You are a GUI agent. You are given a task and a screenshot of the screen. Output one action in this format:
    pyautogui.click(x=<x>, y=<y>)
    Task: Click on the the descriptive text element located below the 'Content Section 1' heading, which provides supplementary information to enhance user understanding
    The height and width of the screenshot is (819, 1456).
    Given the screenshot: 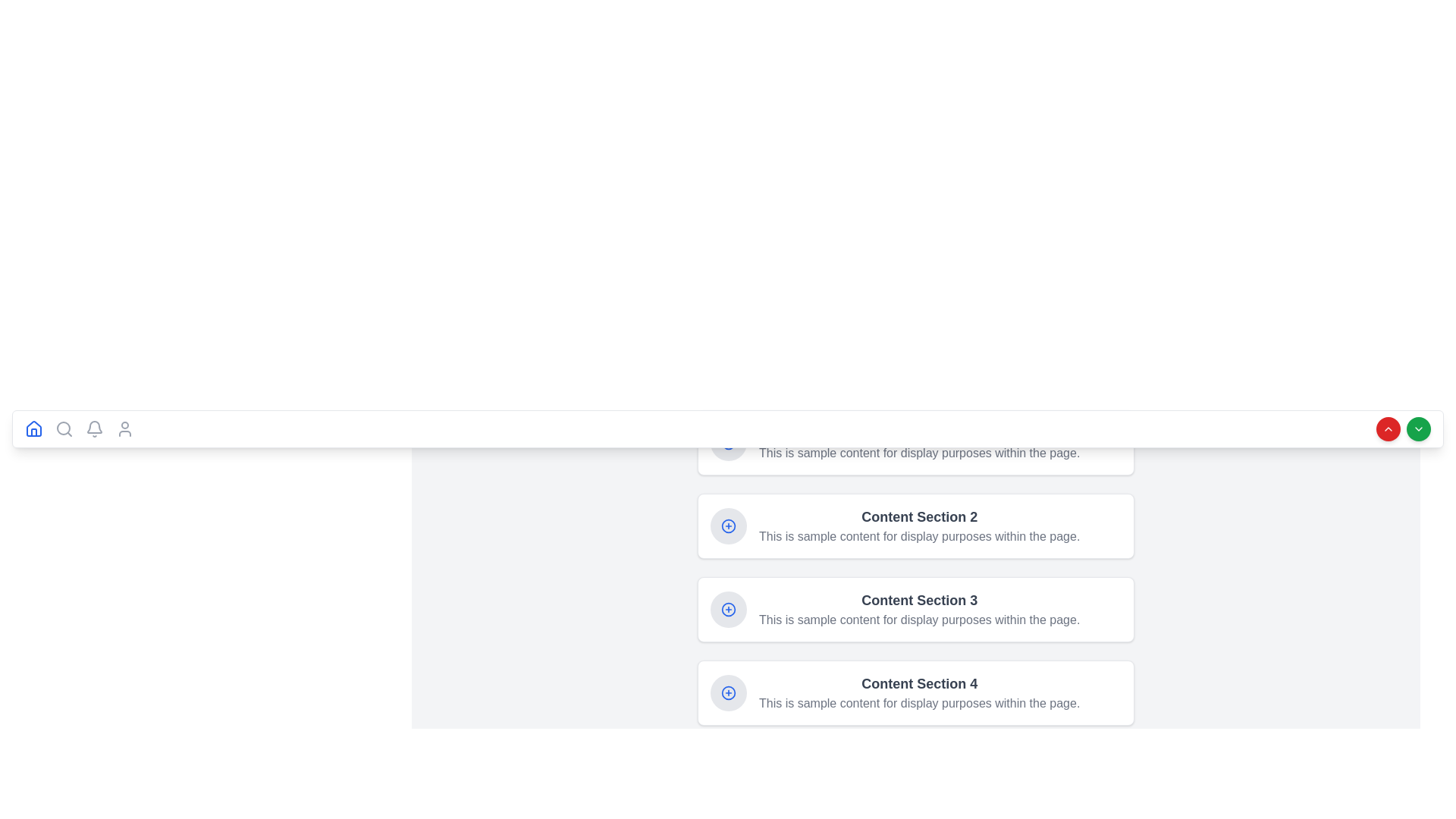 What is the action you would take?
    pyautogui.click(x=918, y=452)
    